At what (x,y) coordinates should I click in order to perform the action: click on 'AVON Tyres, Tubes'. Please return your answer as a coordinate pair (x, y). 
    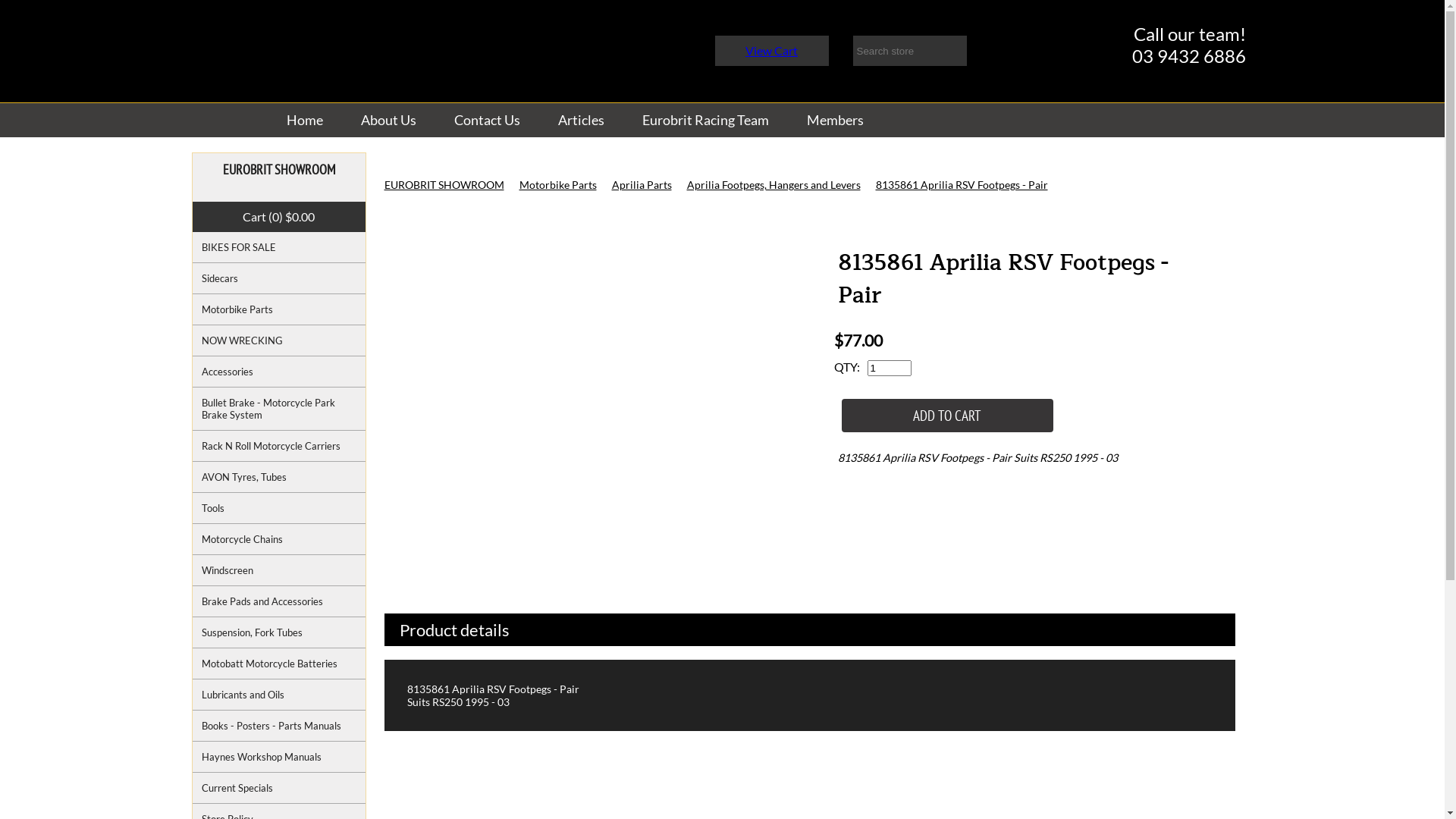
    Looking at the image, I should click on (279, 476).